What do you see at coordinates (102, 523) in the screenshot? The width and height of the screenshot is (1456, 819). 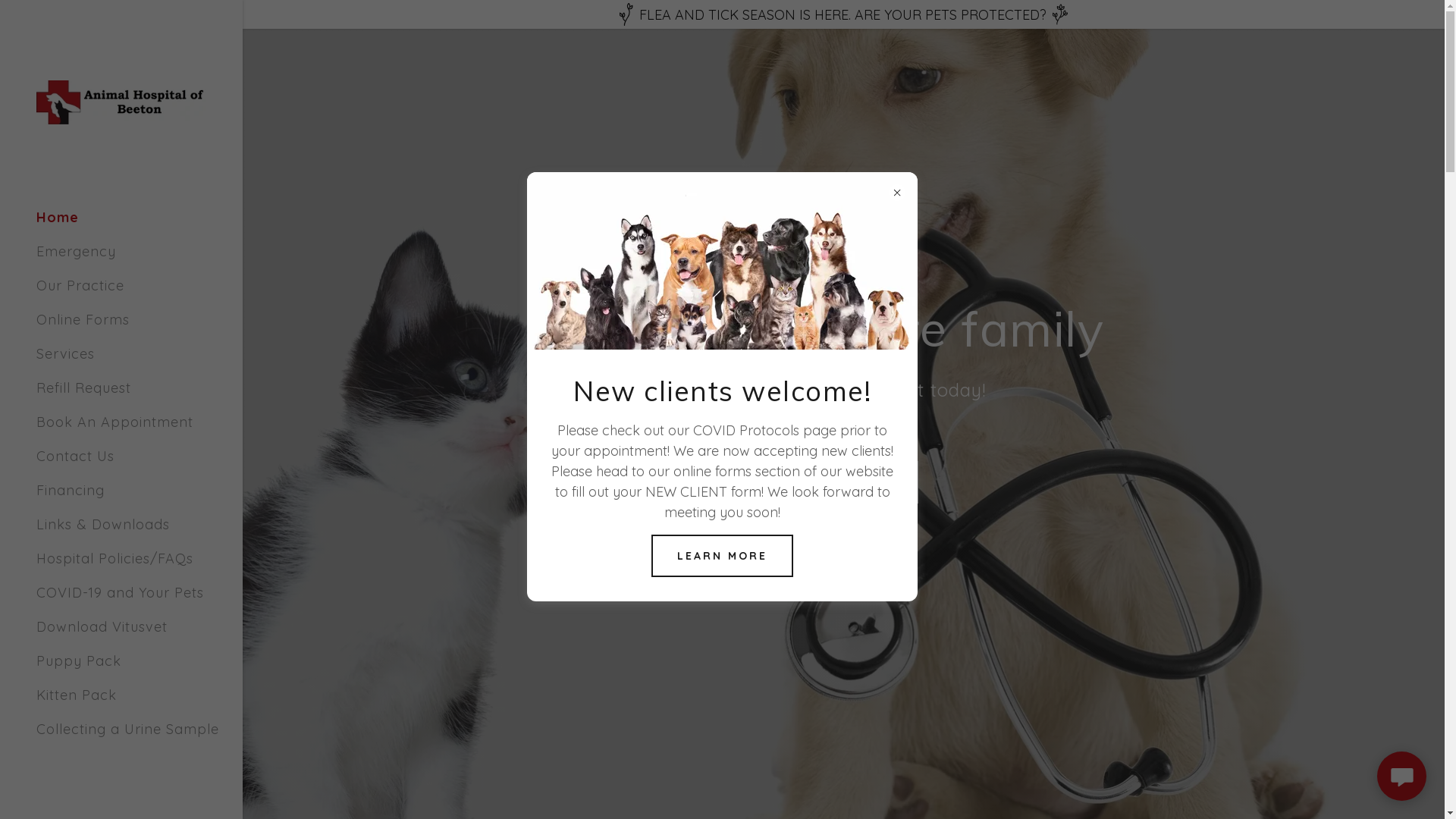 I see `'Links & Downloads'` at bounding box center [102, 523].